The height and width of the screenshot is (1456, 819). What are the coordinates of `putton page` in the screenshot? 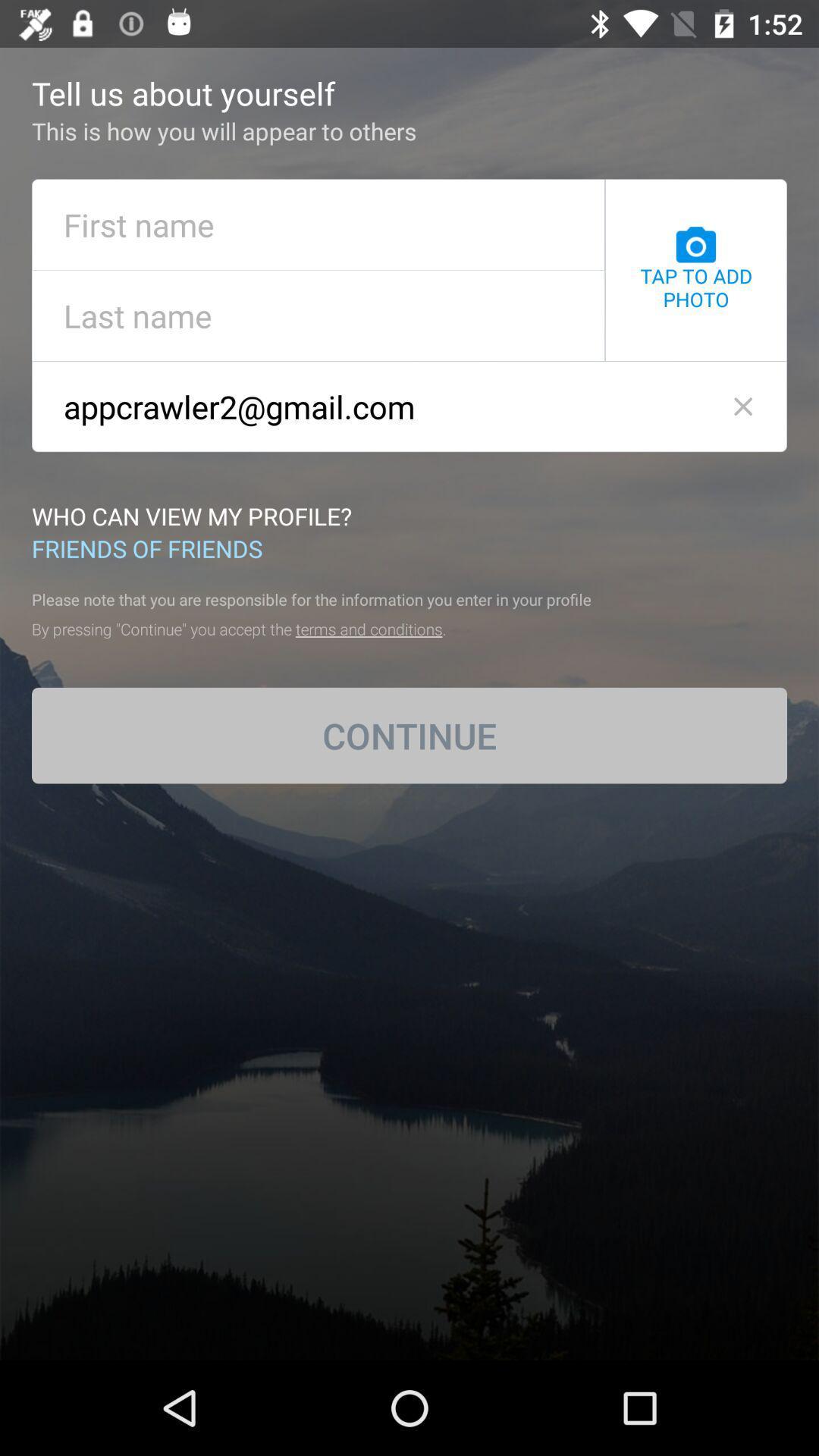 It's located at (318, 315).